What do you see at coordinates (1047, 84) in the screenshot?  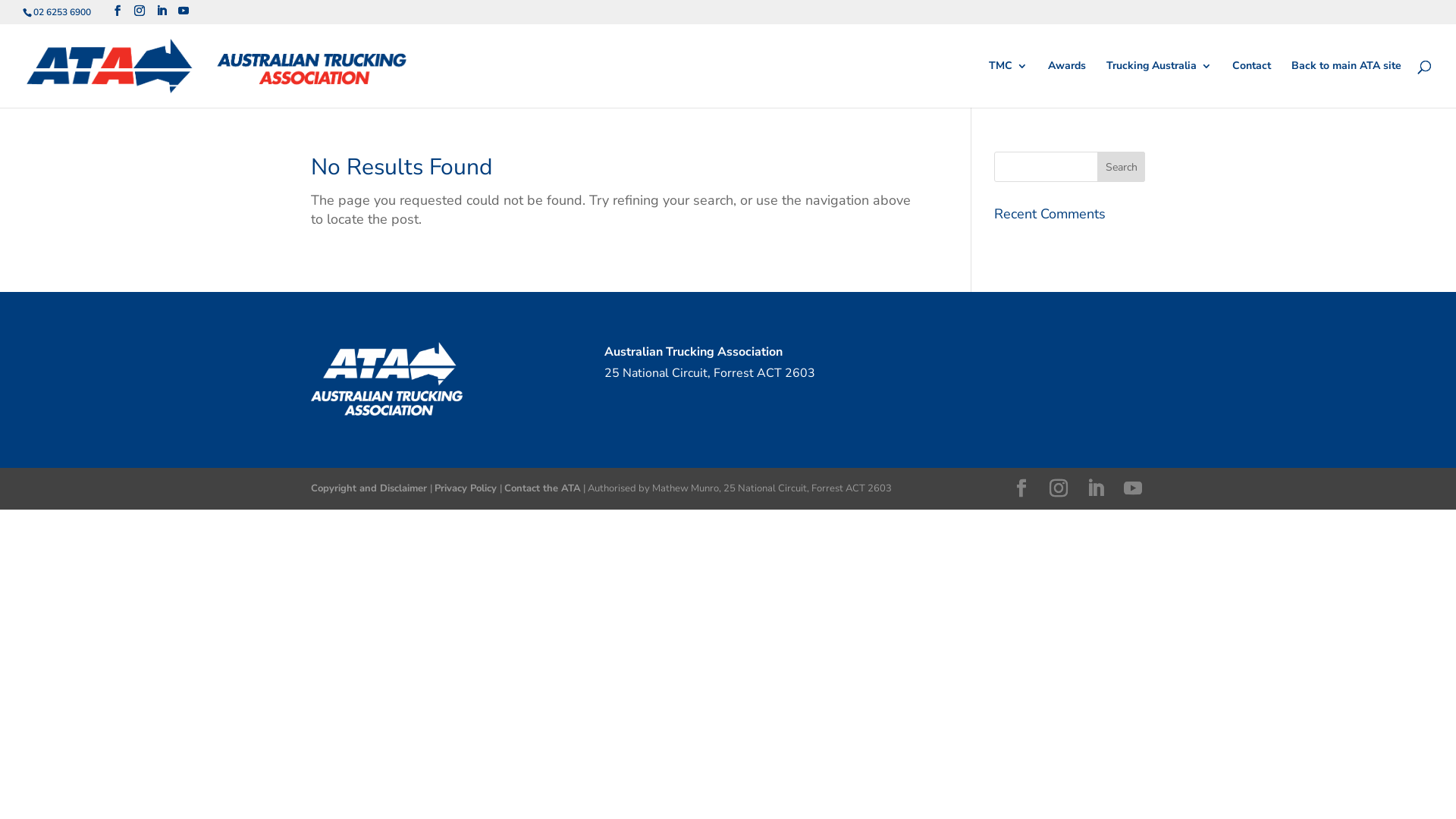 I see `'Awards'` at bounding box center [1047, 84].